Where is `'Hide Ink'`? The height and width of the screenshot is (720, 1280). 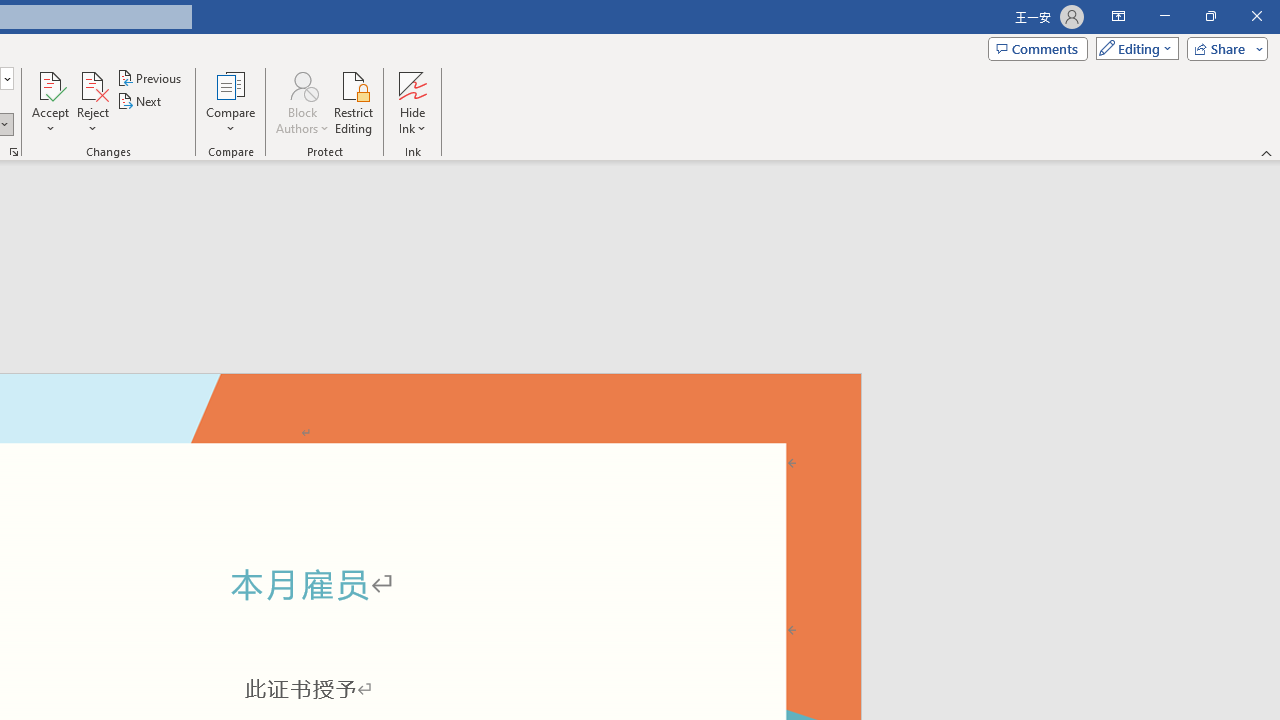
'Hide Ink' is located at coordinates (411, 84).